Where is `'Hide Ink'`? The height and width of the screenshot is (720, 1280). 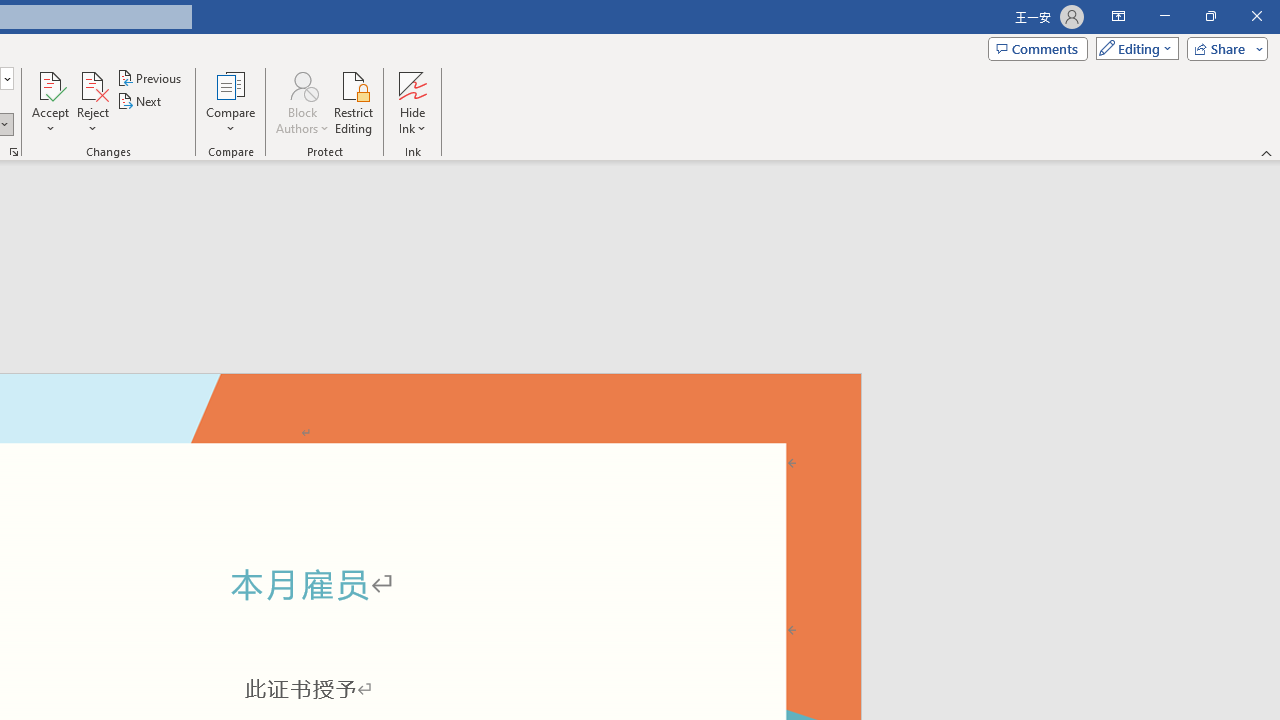
'Hide Ink' is located at coordinates (411, 84).